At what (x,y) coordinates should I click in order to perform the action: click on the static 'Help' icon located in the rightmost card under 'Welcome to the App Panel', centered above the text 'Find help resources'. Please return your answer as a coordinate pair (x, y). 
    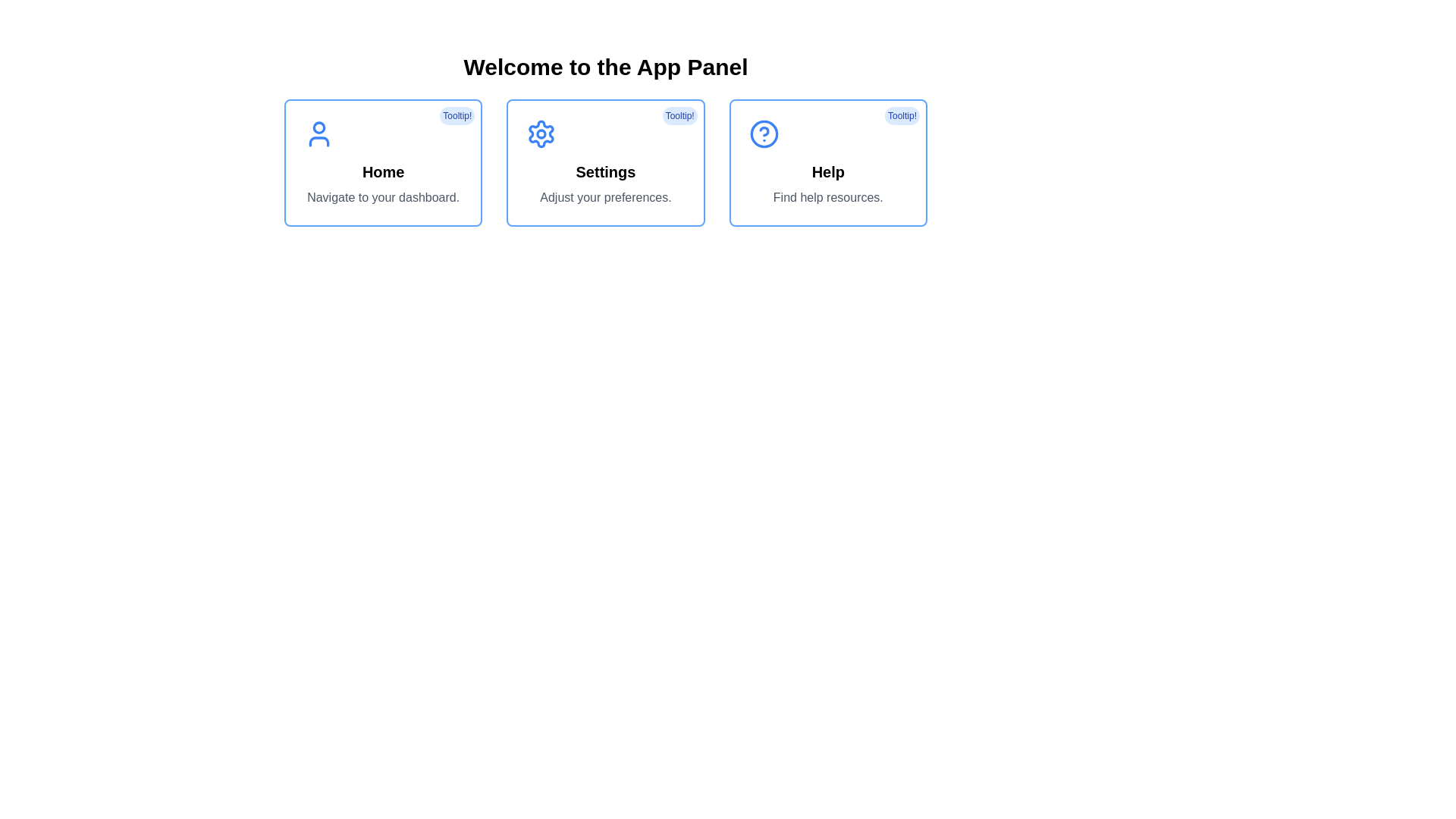
    Looking at the image, I should click on (764, 133).